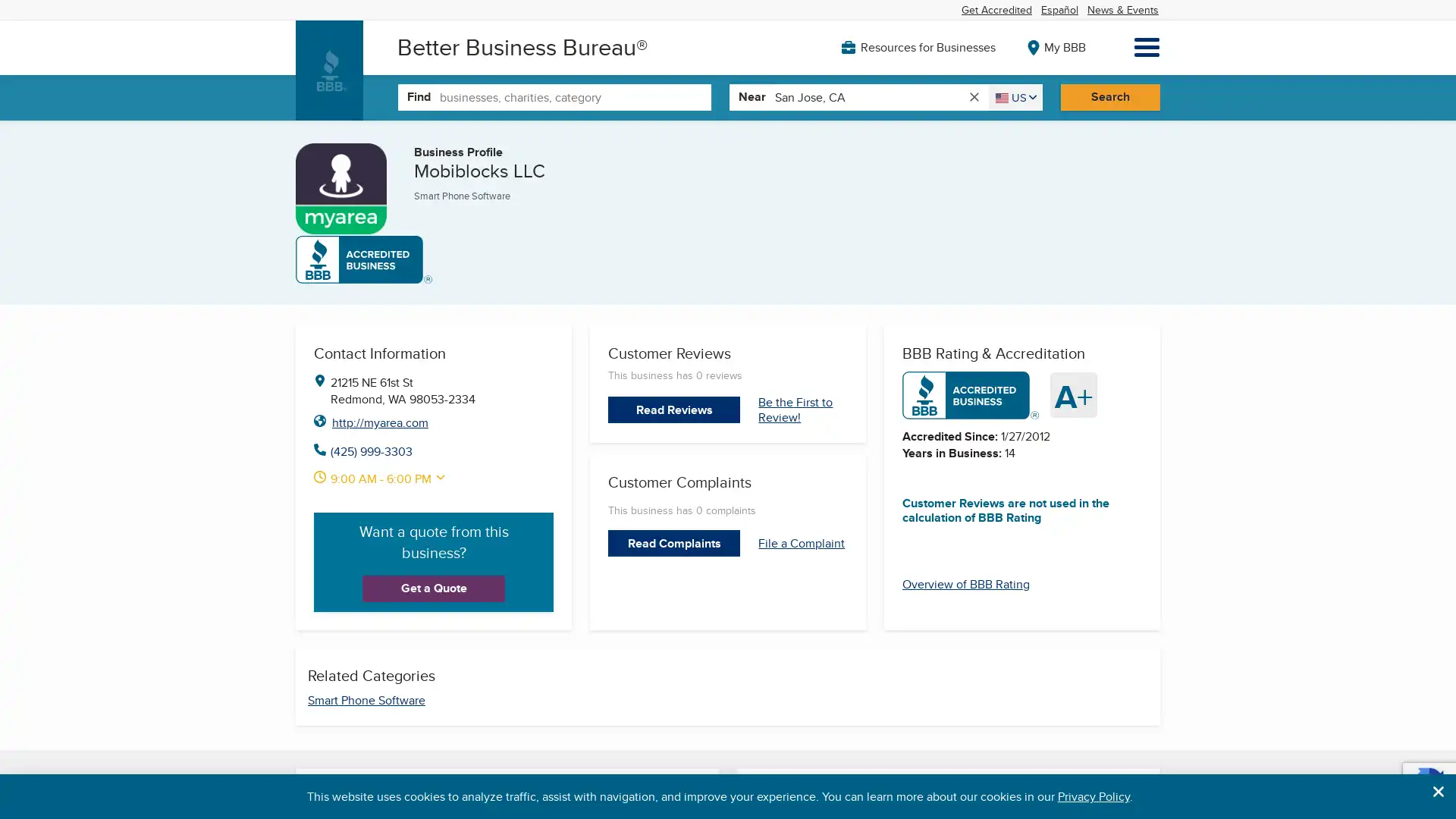 Image resolution: width=1456 pixels, height=819 pixels. Describe the element at coordinates (1147, 46) in the screenshot. I see `Menu` at that location.